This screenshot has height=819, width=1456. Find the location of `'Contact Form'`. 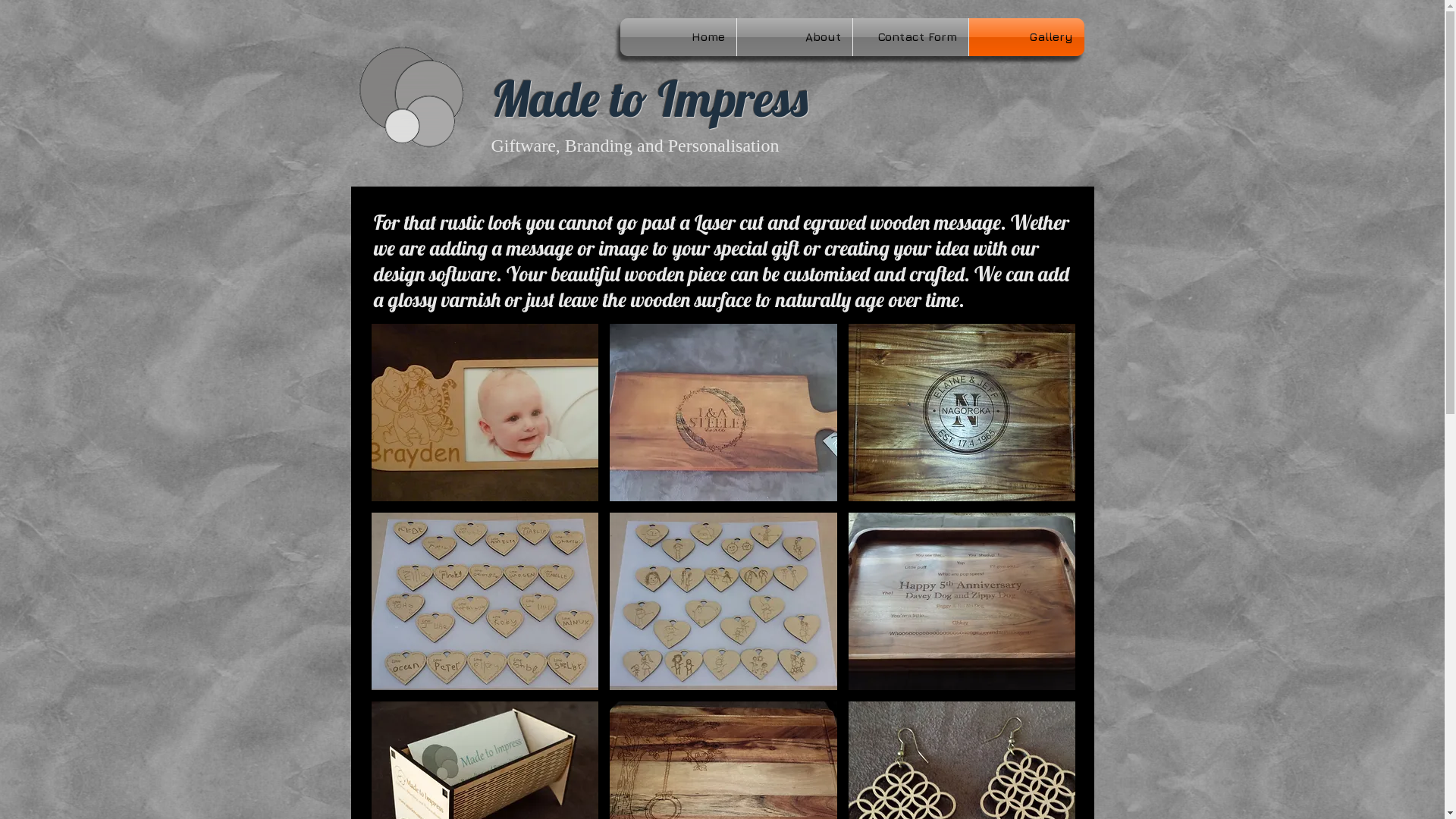

'Contact Form' is located at coordinates (910, 36).